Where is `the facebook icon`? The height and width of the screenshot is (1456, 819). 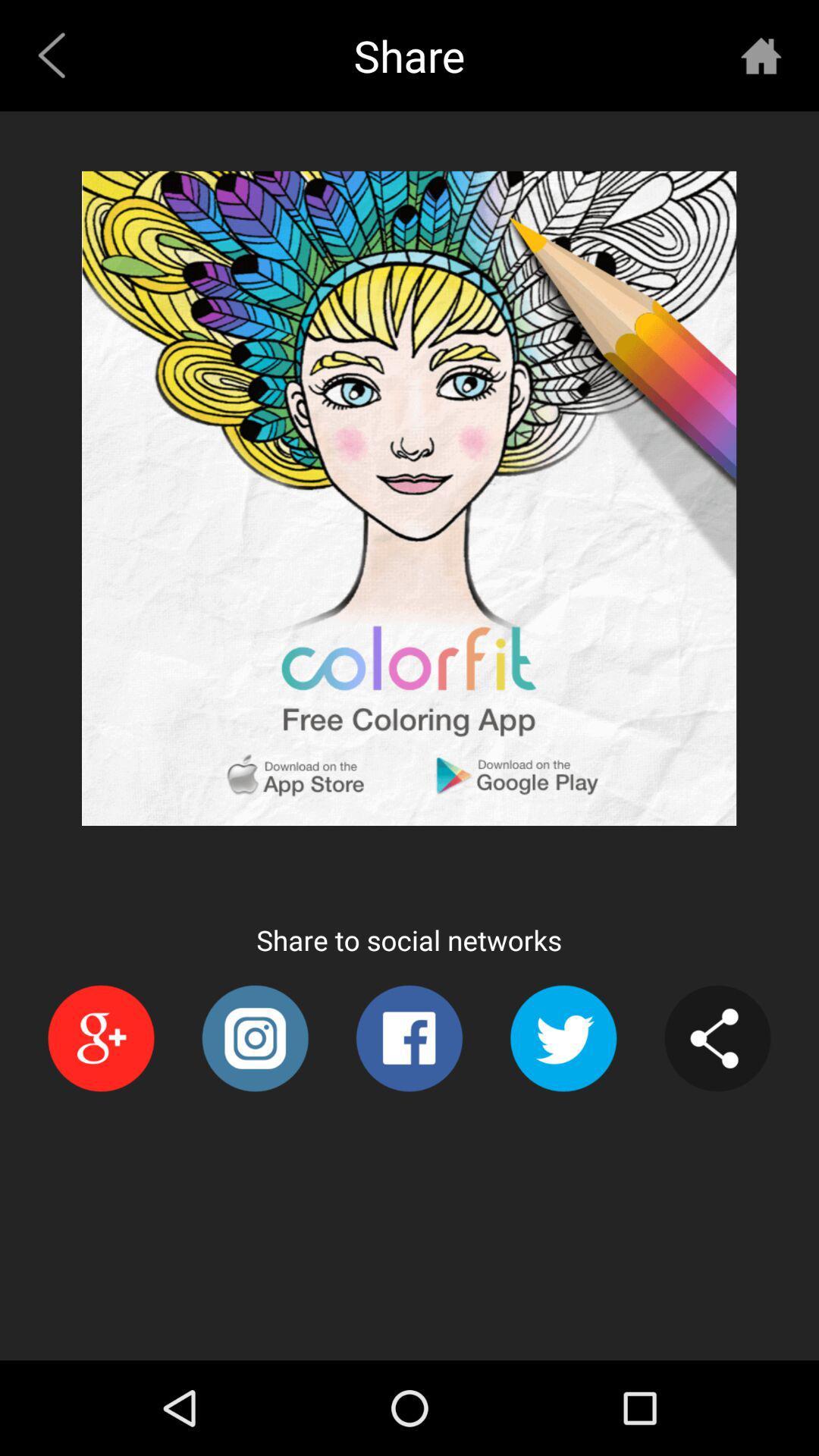 the facebook icon is located at coordinates (408, 1111).